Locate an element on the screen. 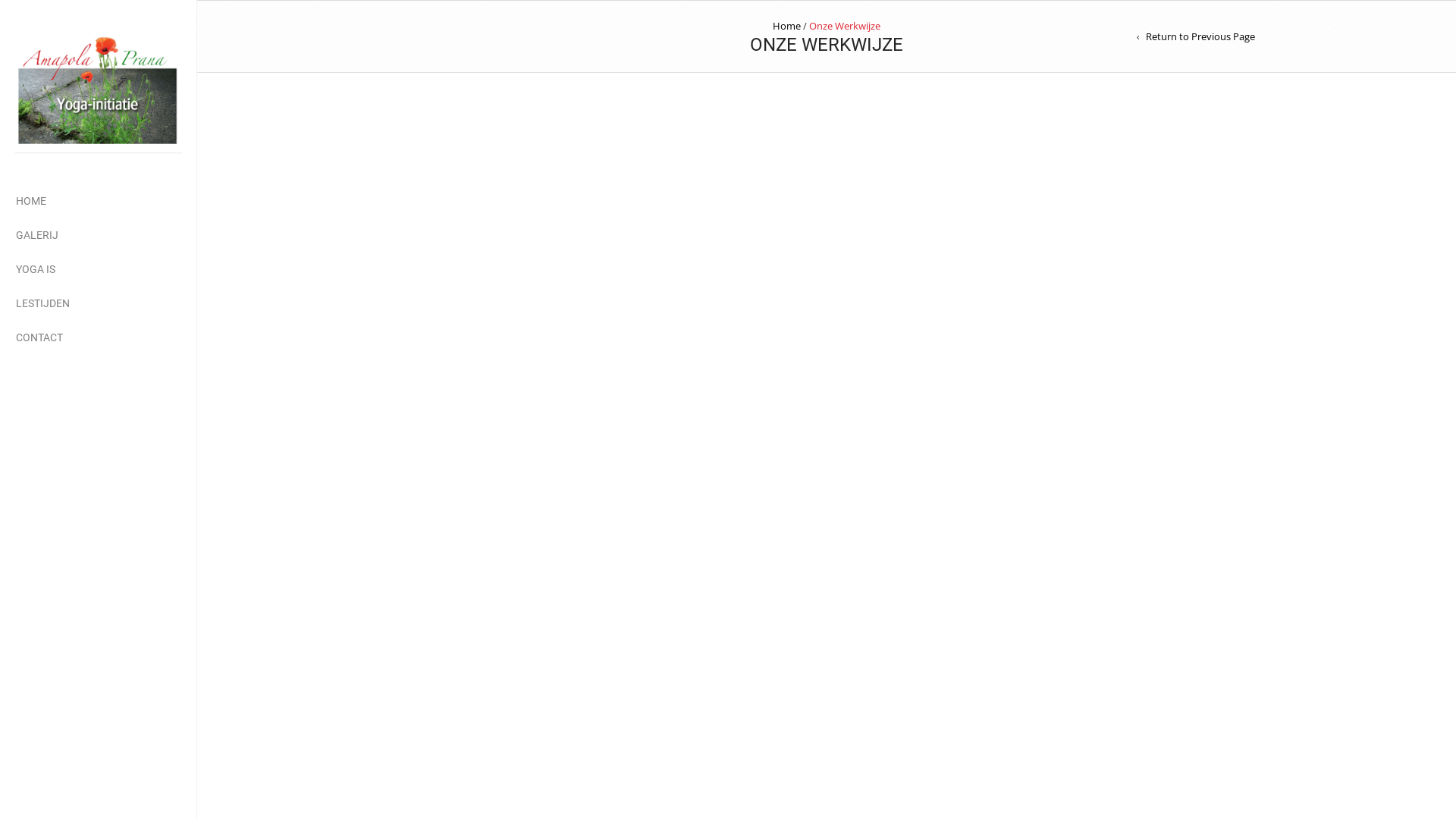  'Home' is located at coordinates (786, 26).